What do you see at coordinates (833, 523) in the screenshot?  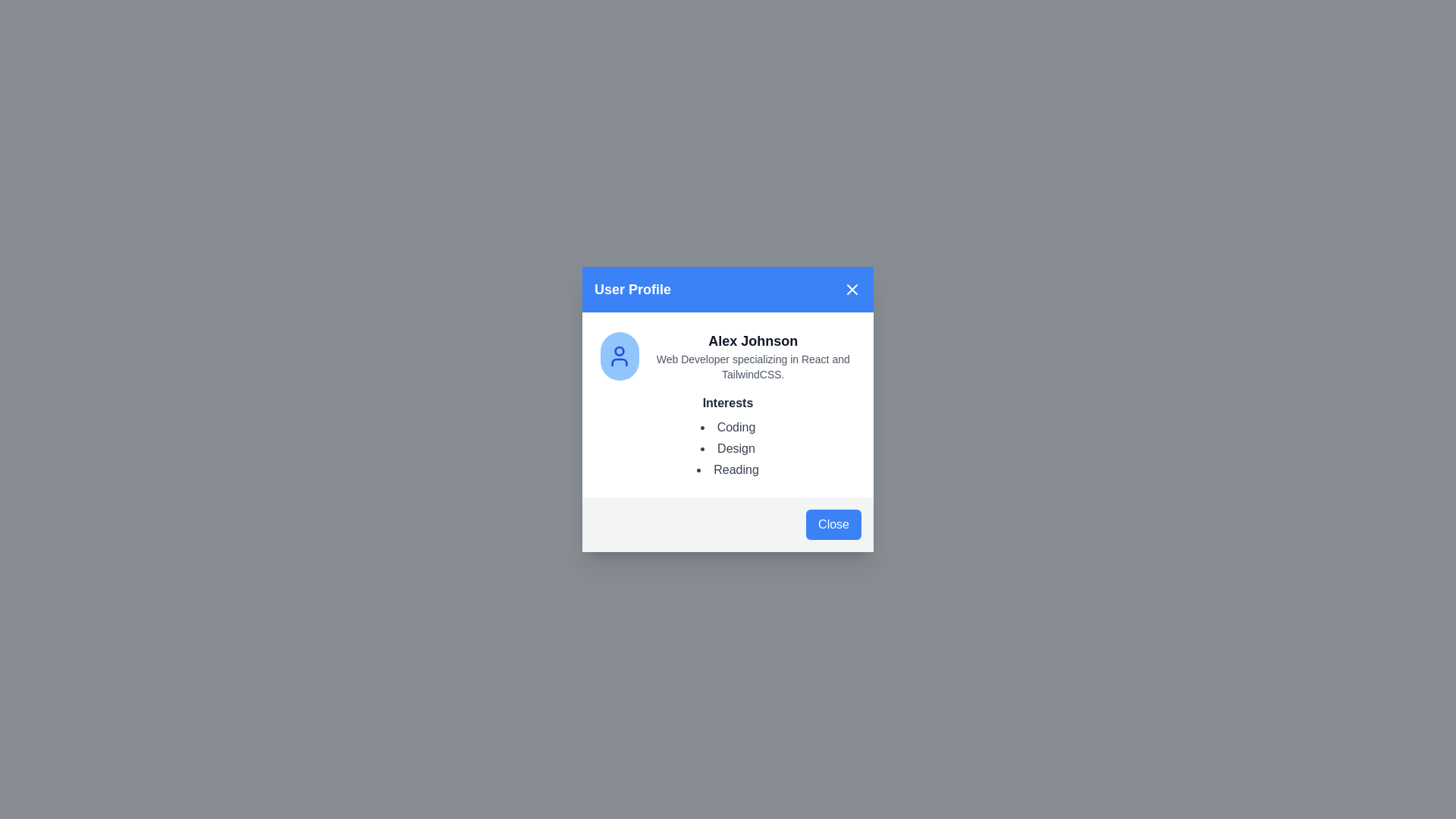 I see `the 'Close' button, which is a rounded rectangular button with a blue background and white text, located at the bottom right of the modal dialog's footer` at bounding box center [833, 523].